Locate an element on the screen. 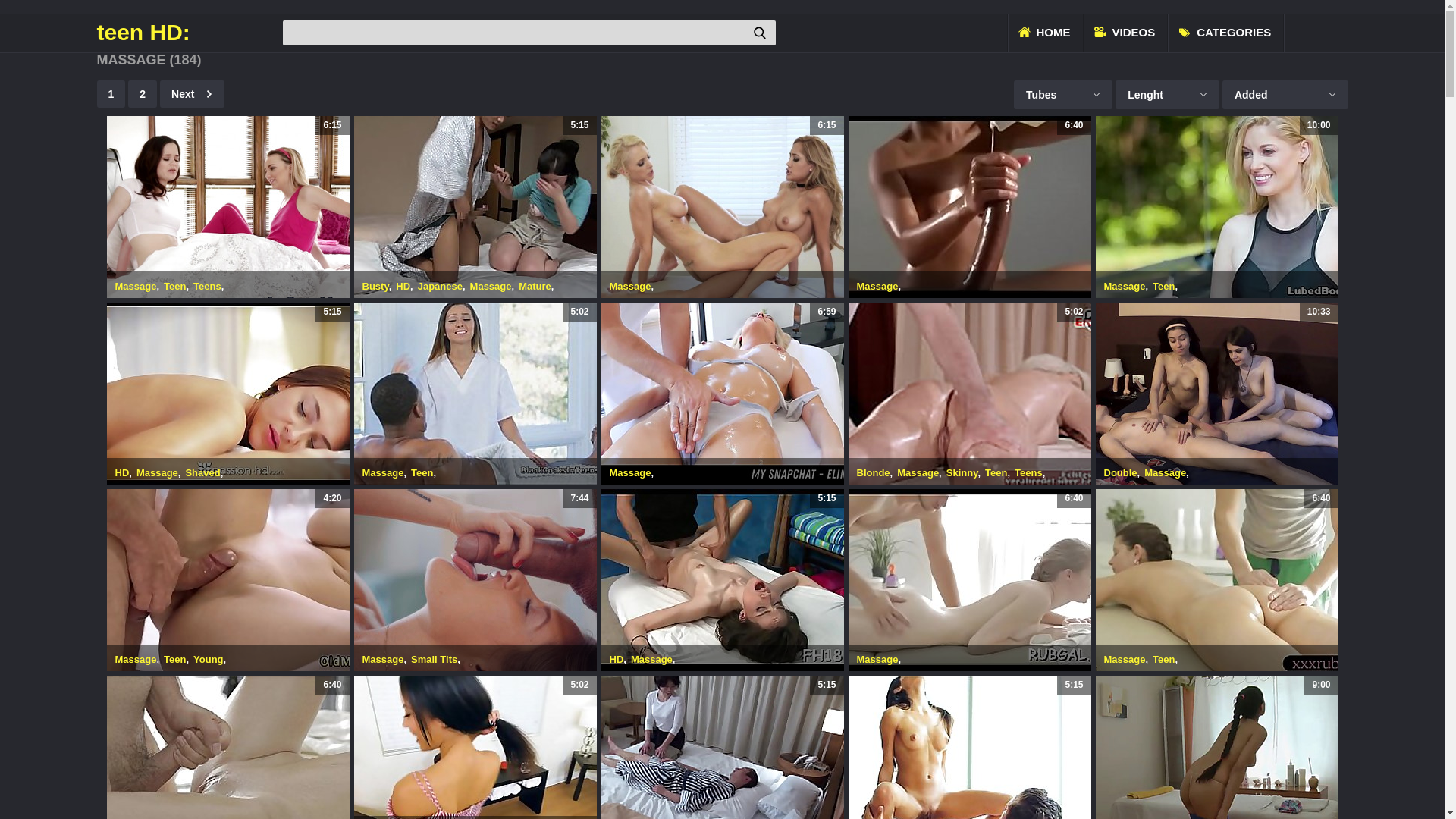 This screenshot has height=819, width=1456. '6:59' is located at coordinates (720, 393).